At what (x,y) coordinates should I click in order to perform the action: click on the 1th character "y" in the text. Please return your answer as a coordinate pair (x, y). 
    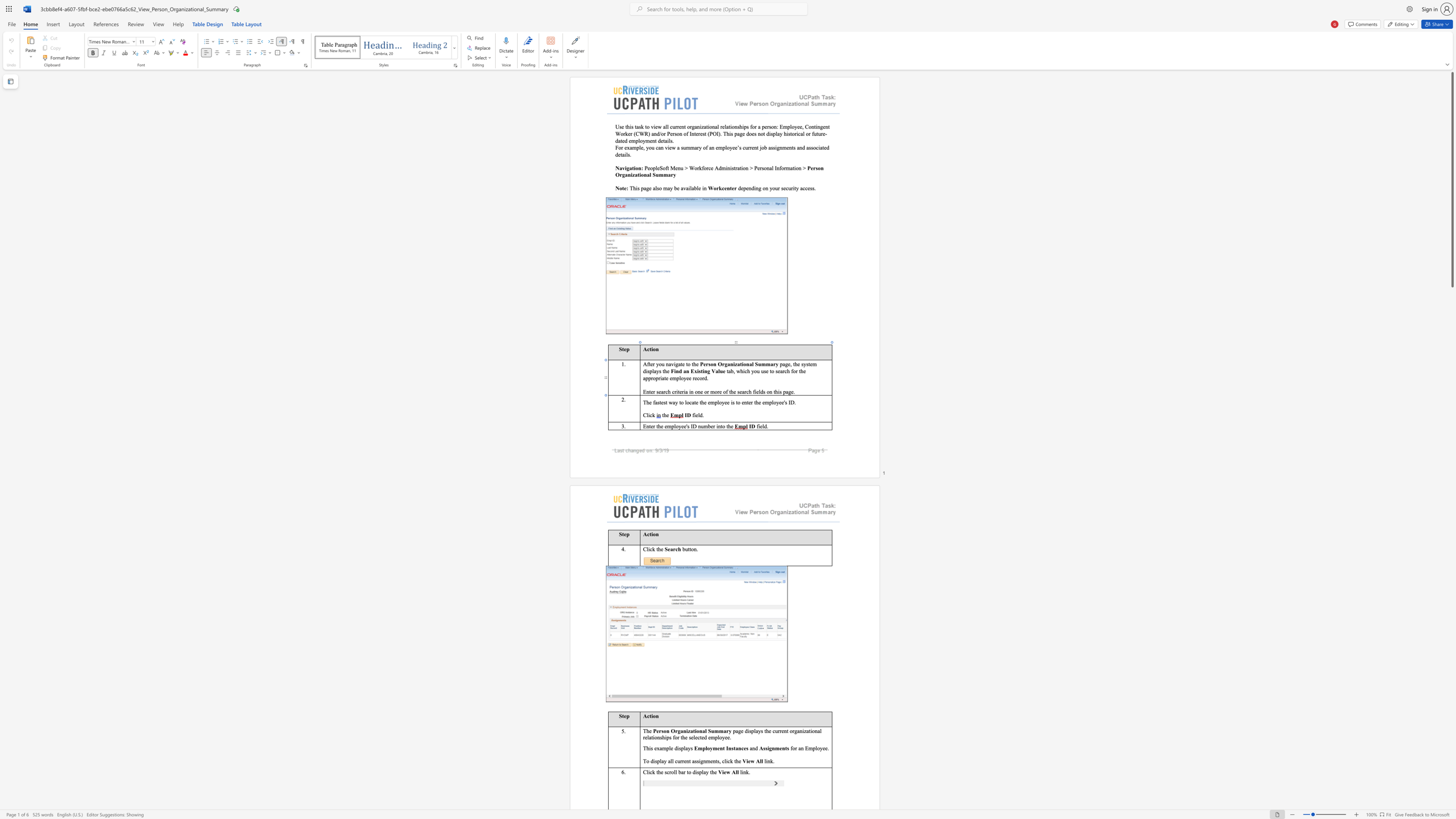
    Looking at the image, I should click on (710, 747).